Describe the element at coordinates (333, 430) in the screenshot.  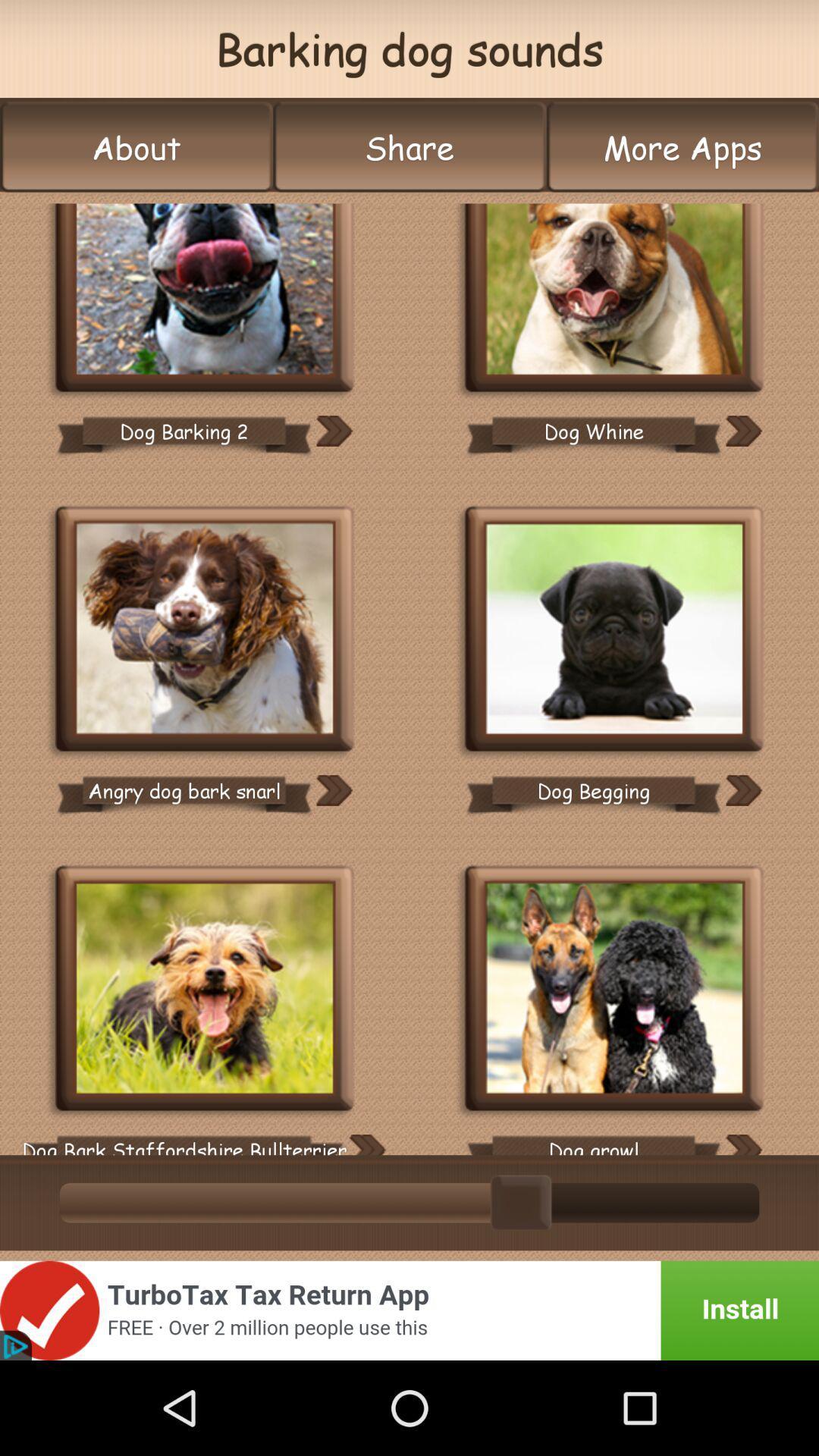
I see `more information` at that location.